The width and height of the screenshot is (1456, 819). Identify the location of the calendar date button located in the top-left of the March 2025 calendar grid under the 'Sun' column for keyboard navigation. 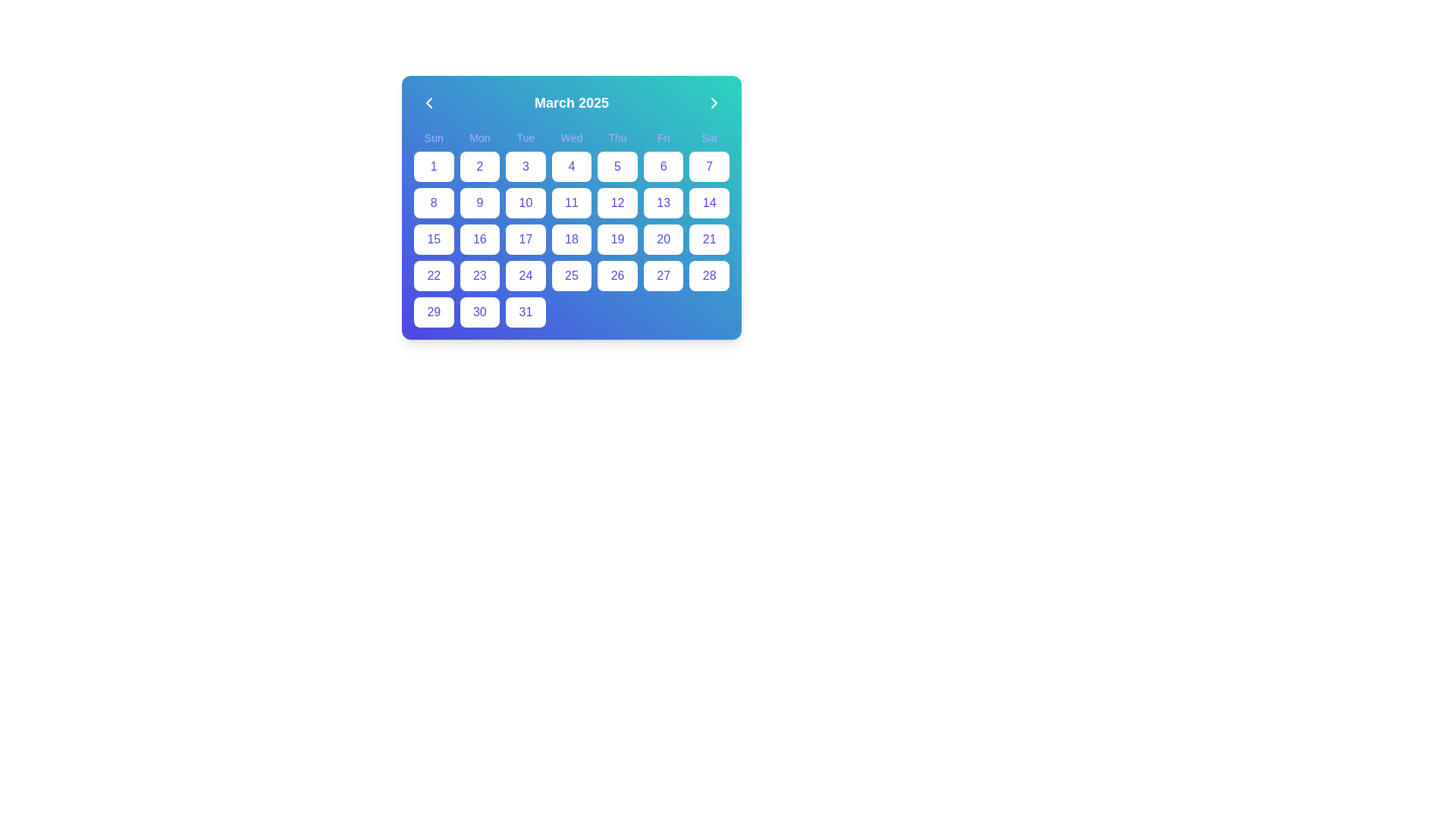
(433, 166).